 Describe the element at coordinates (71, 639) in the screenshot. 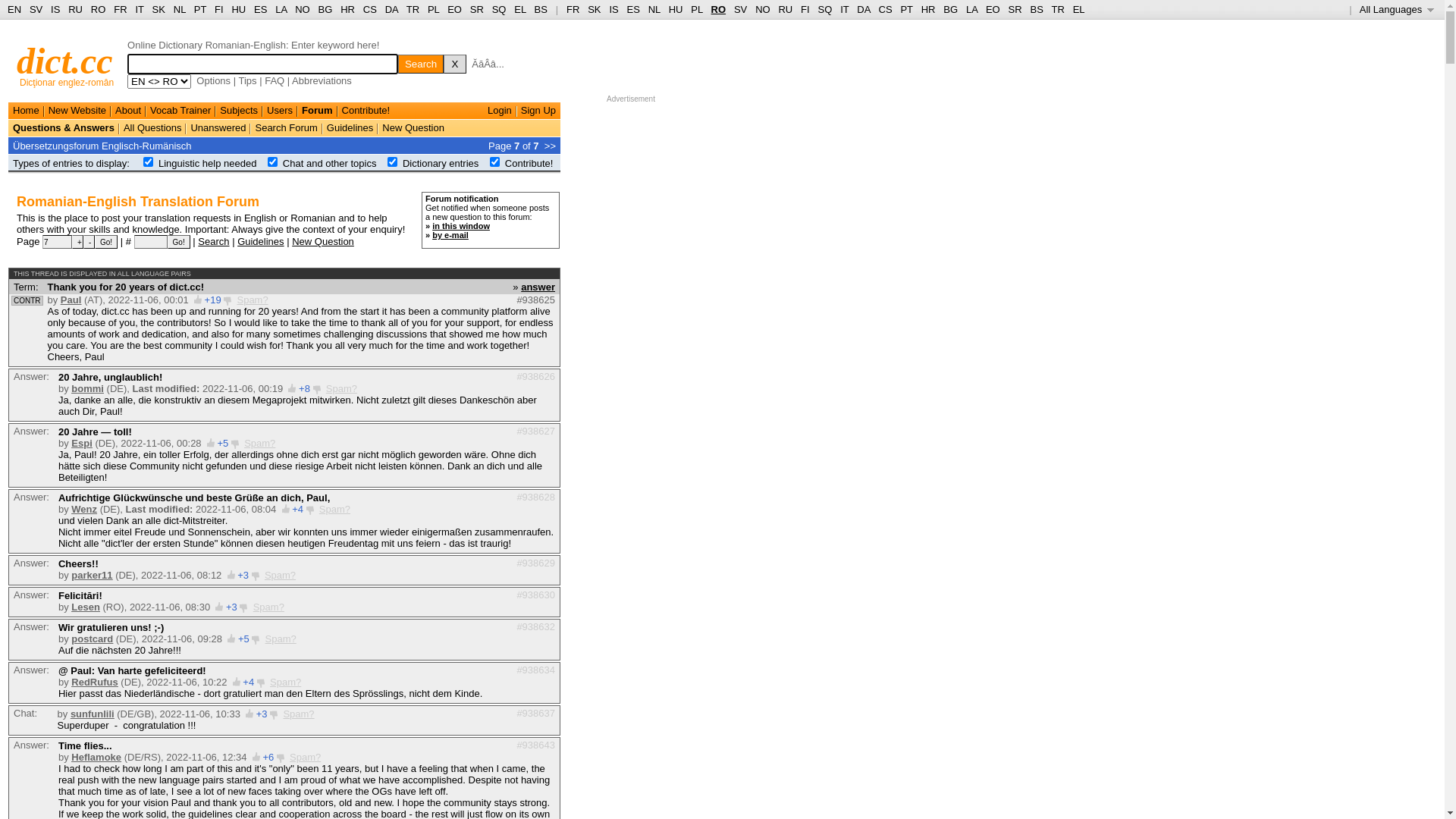

I see `'postcard'` at that location.